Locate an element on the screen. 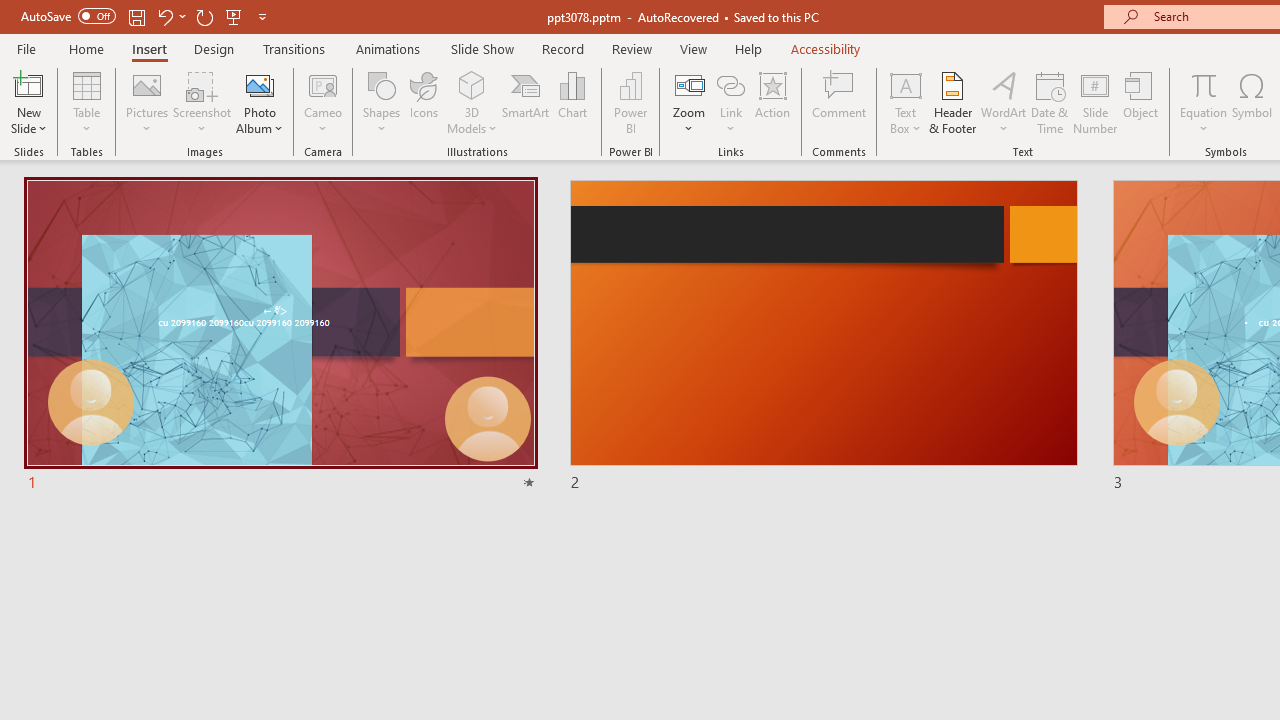 This screenshot has width=1280, height=720. 'Table' is located at coordinates (86, 103).